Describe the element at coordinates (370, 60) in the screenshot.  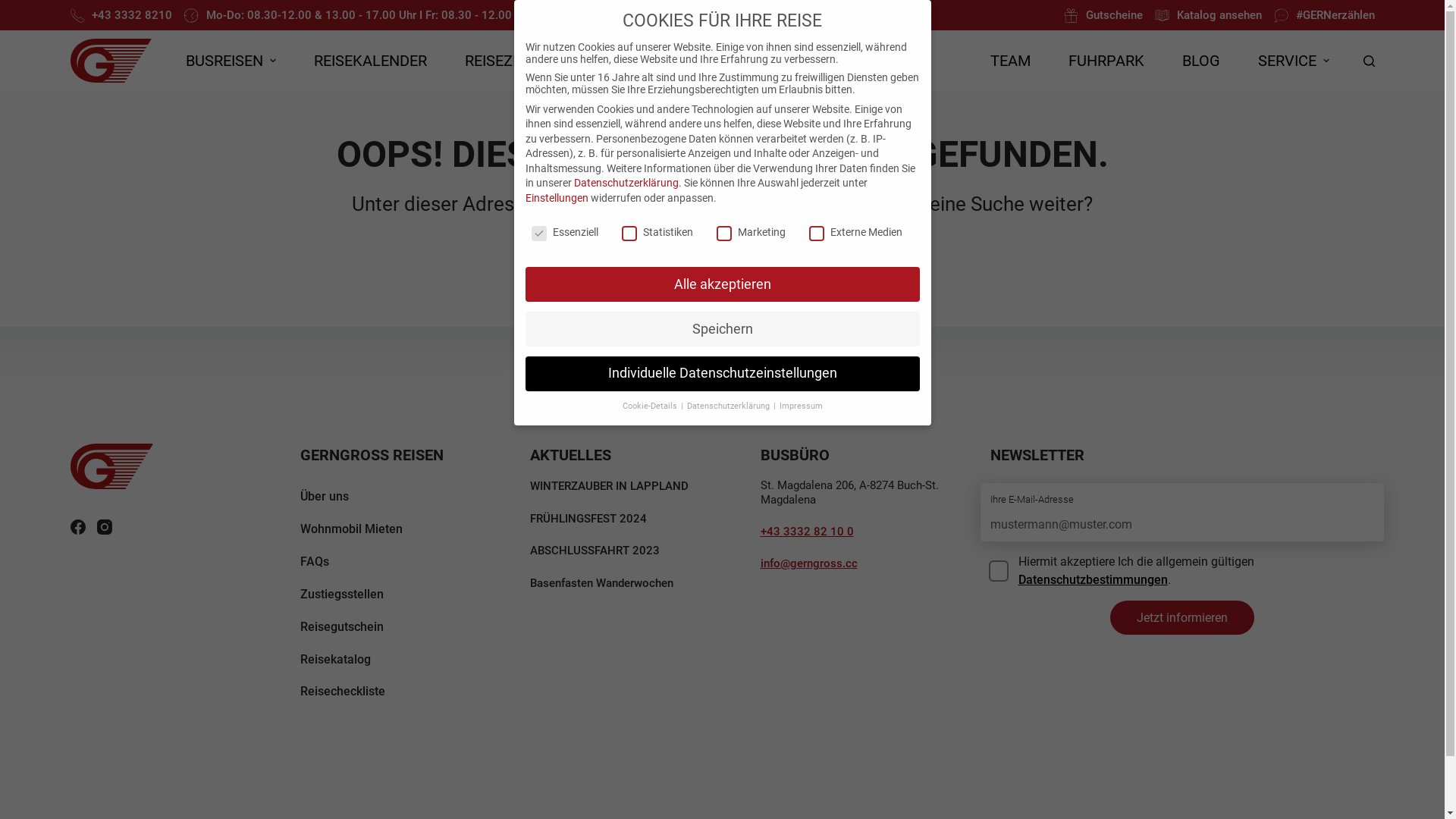
I see `'REISEKALENDER'` at that location.